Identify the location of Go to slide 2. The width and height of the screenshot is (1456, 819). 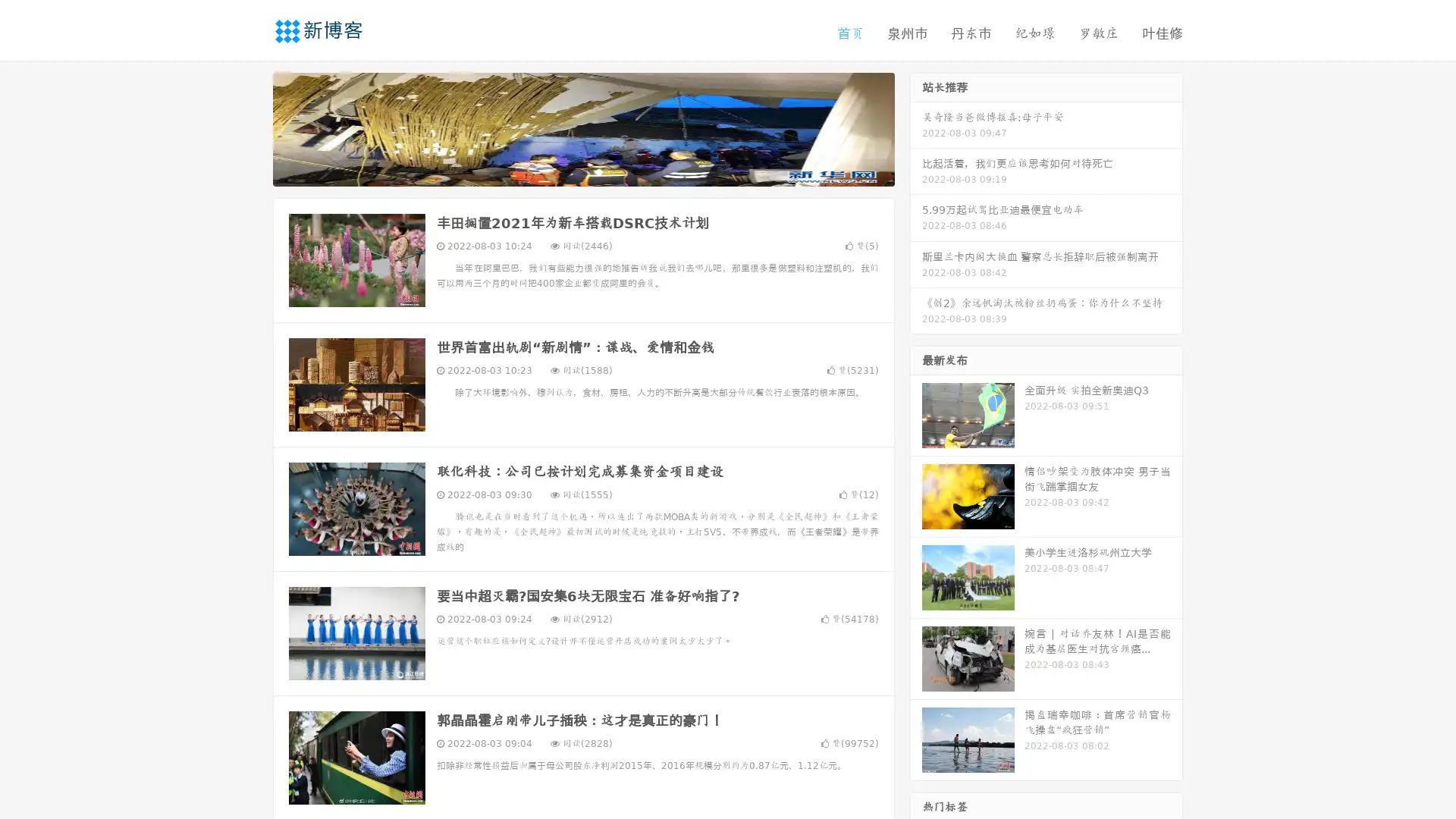
(582, 171).